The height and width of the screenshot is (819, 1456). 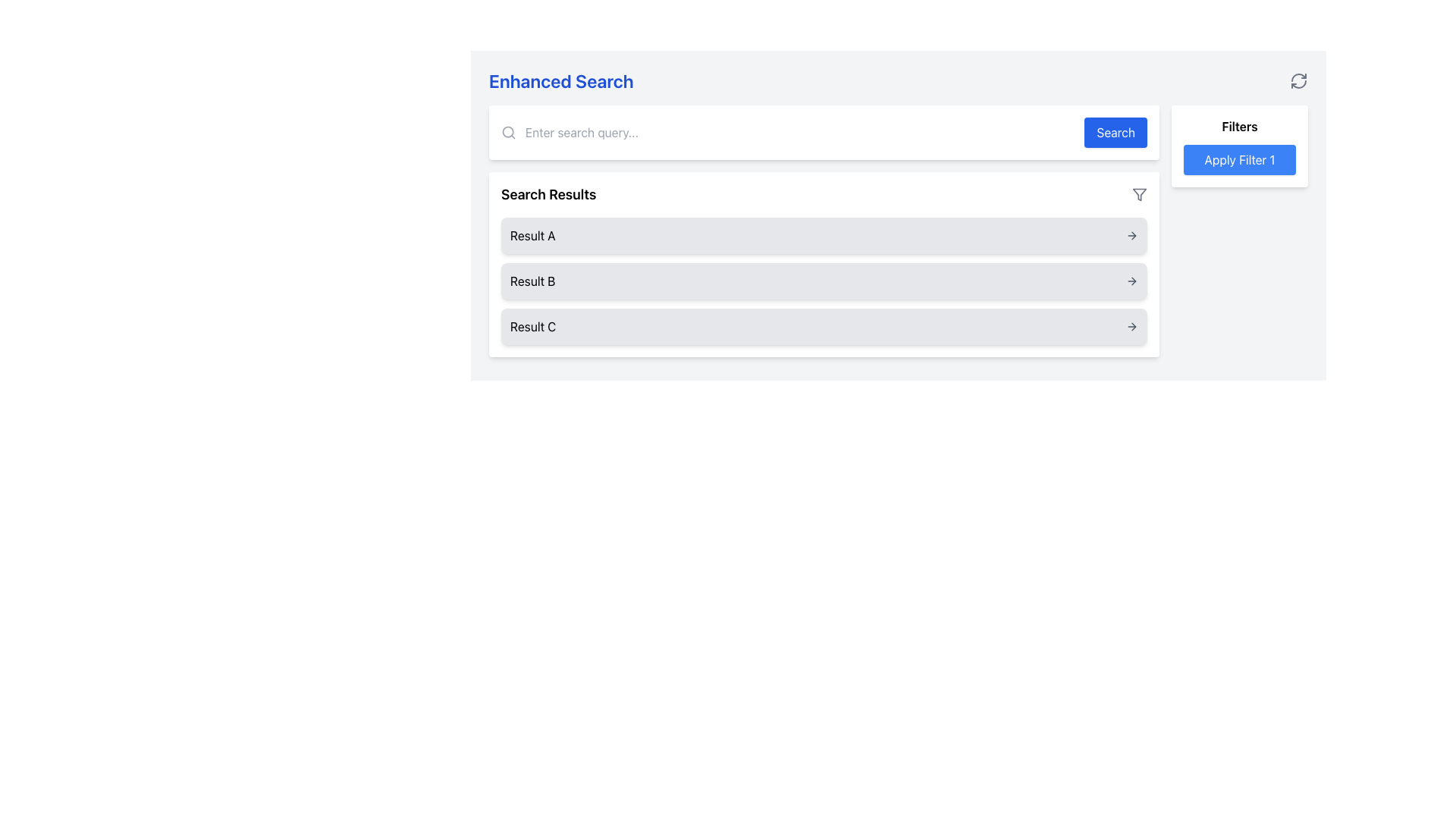 What do you see at coordinates (1131, 236) in the screenshot?
I see `the rightward-pointing arrow icon located inside the panel labeled 'Result A', which is positioned at the far-right of the panel and aligns horizontally with the label text` at bounding box center [1131, 236].